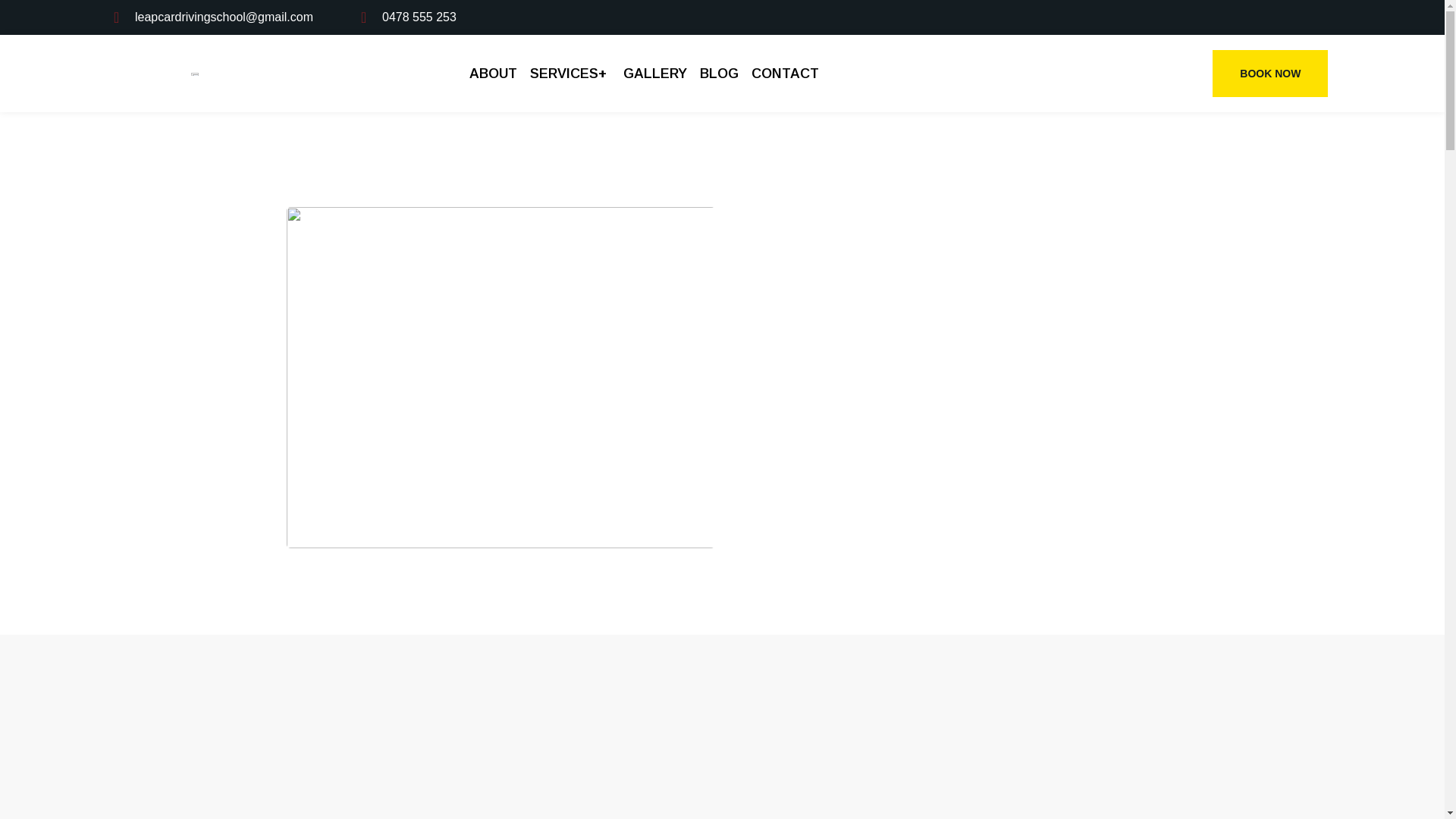 This screenshot has height=819, width=1456. Describe the element at coordinates (783, 73) in the screenshot. I see `'CONTACT'` at that location.